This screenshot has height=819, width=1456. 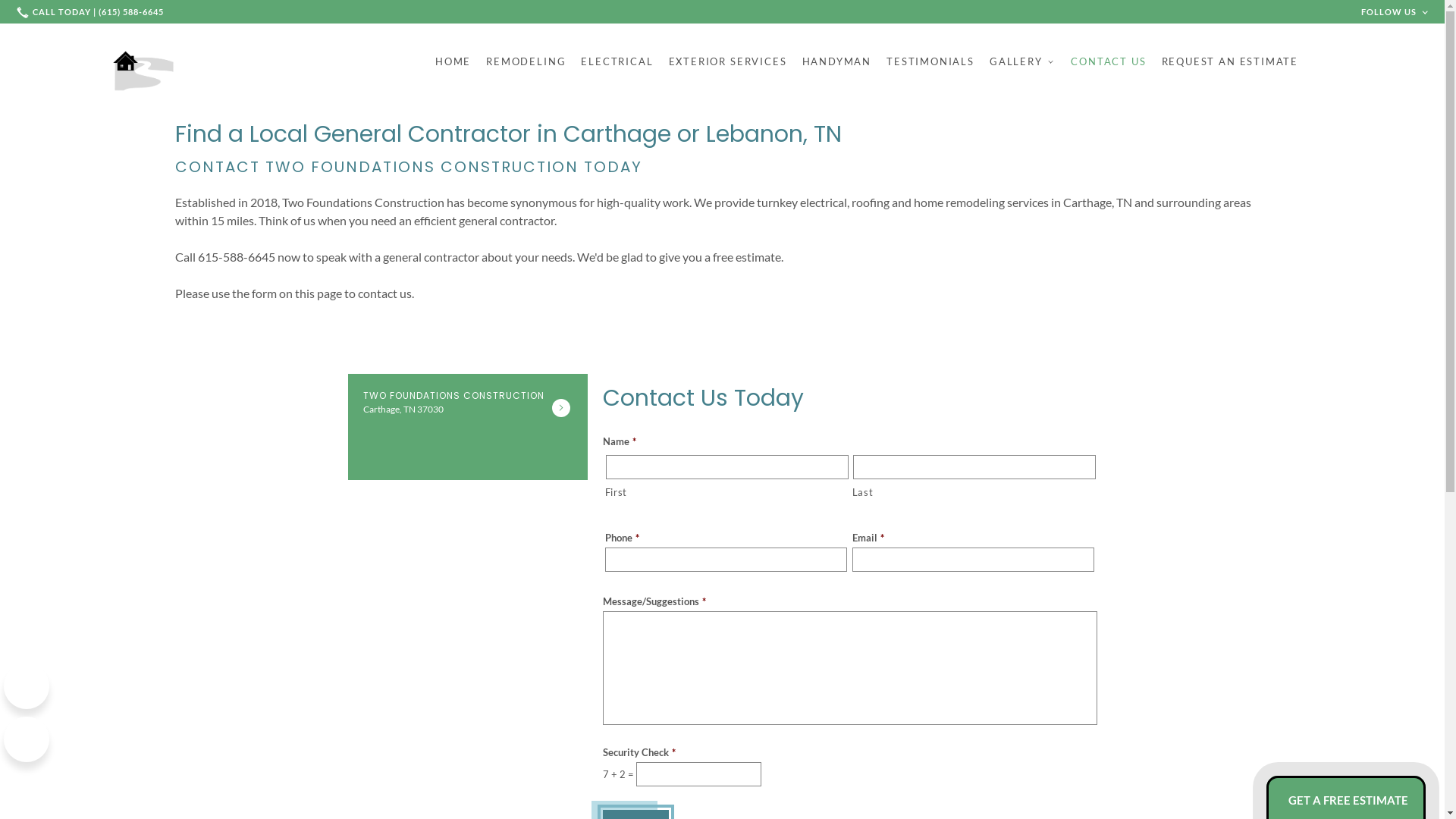 What do you see at coordinates (886, 61) in the screenshot?
I see `'TESTIMONIALS'` at bounding box center [886, 61].